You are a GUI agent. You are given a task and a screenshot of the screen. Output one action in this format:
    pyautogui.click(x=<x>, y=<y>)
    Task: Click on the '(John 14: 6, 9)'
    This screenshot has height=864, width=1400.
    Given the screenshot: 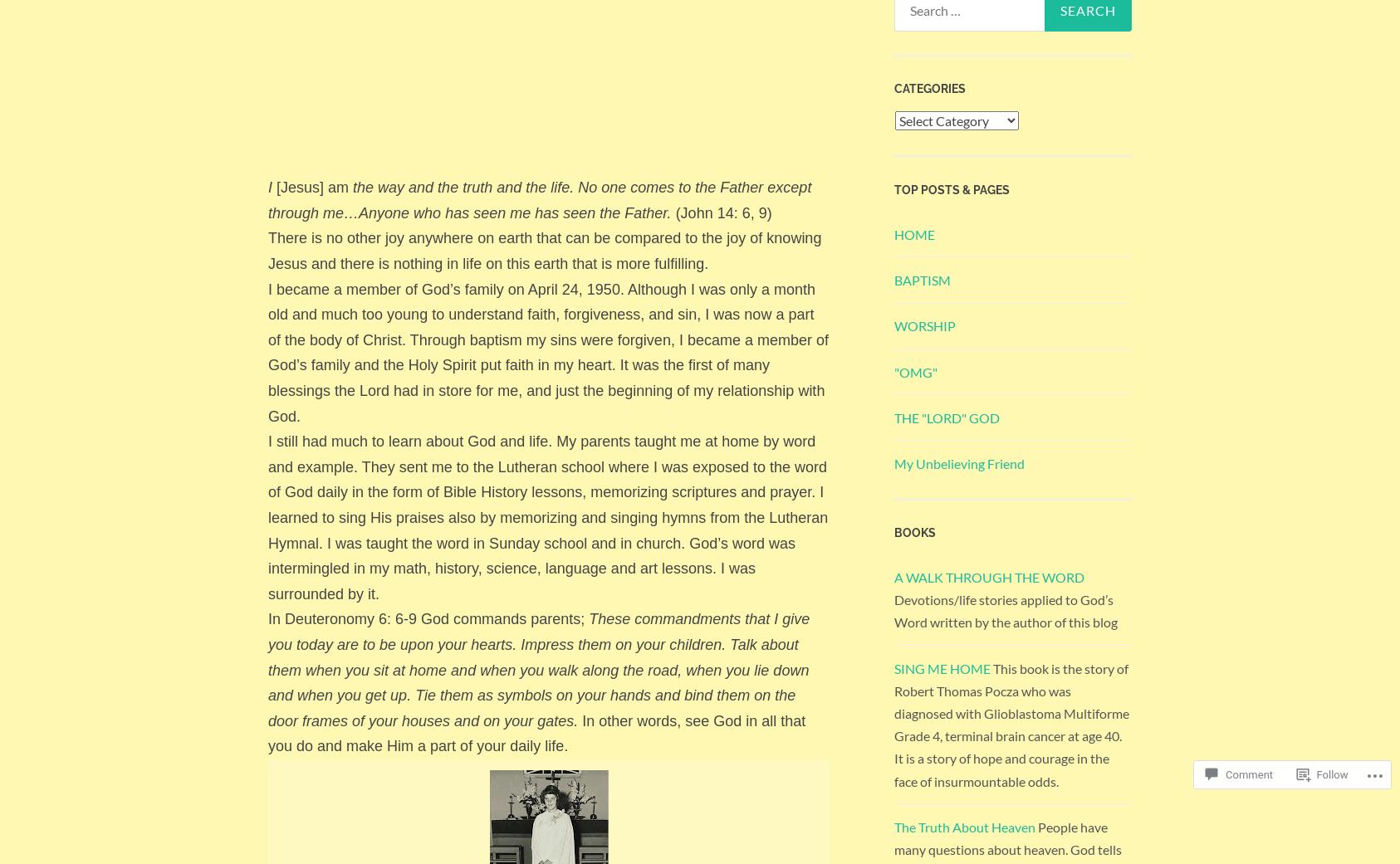 What is the action you would take?
    pyautogui.click(x=674, y=211)
    